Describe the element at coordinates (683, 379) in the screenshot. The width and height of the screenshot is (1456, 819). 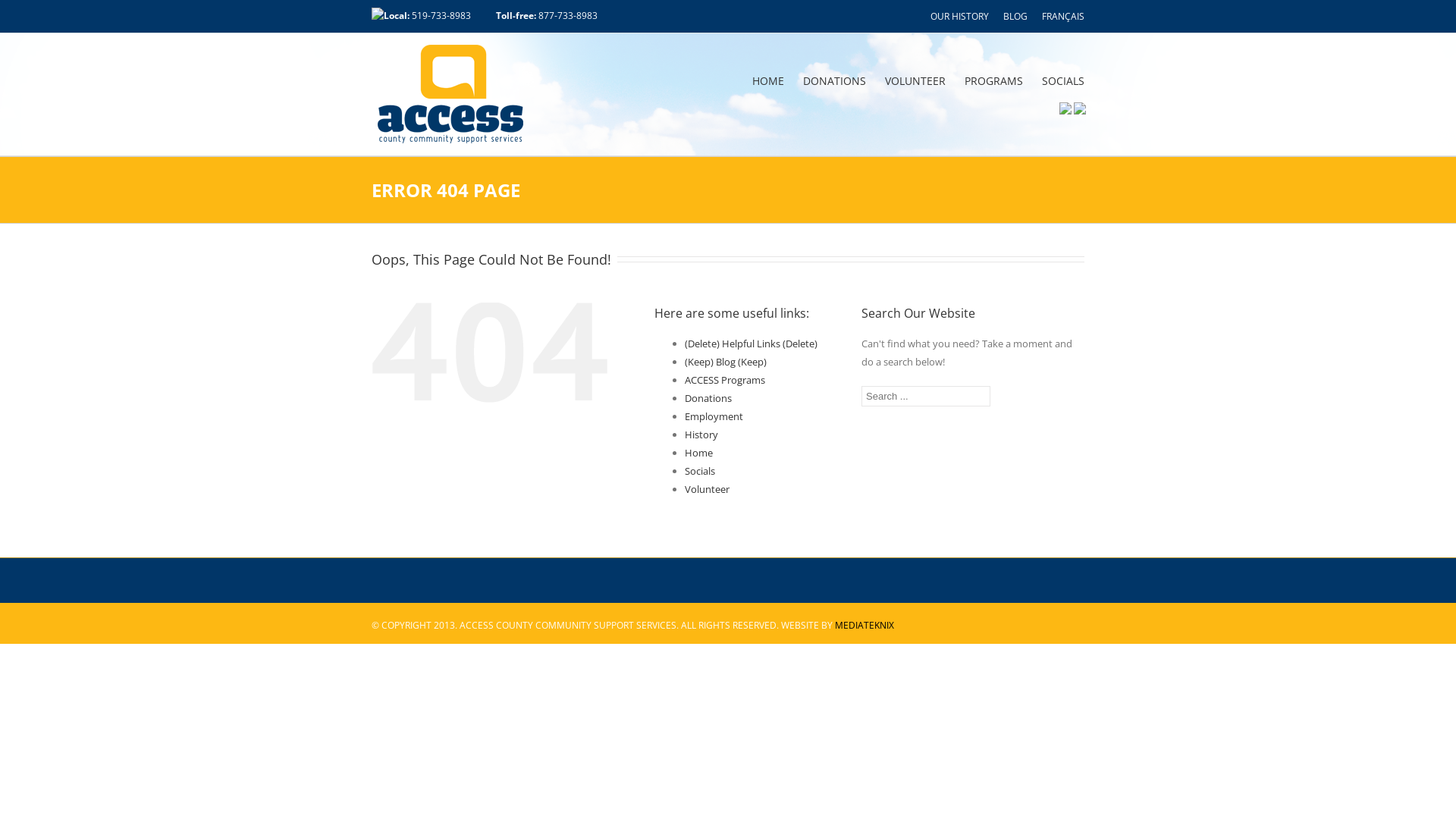
I see `'ACCESS Programs'` at that location.